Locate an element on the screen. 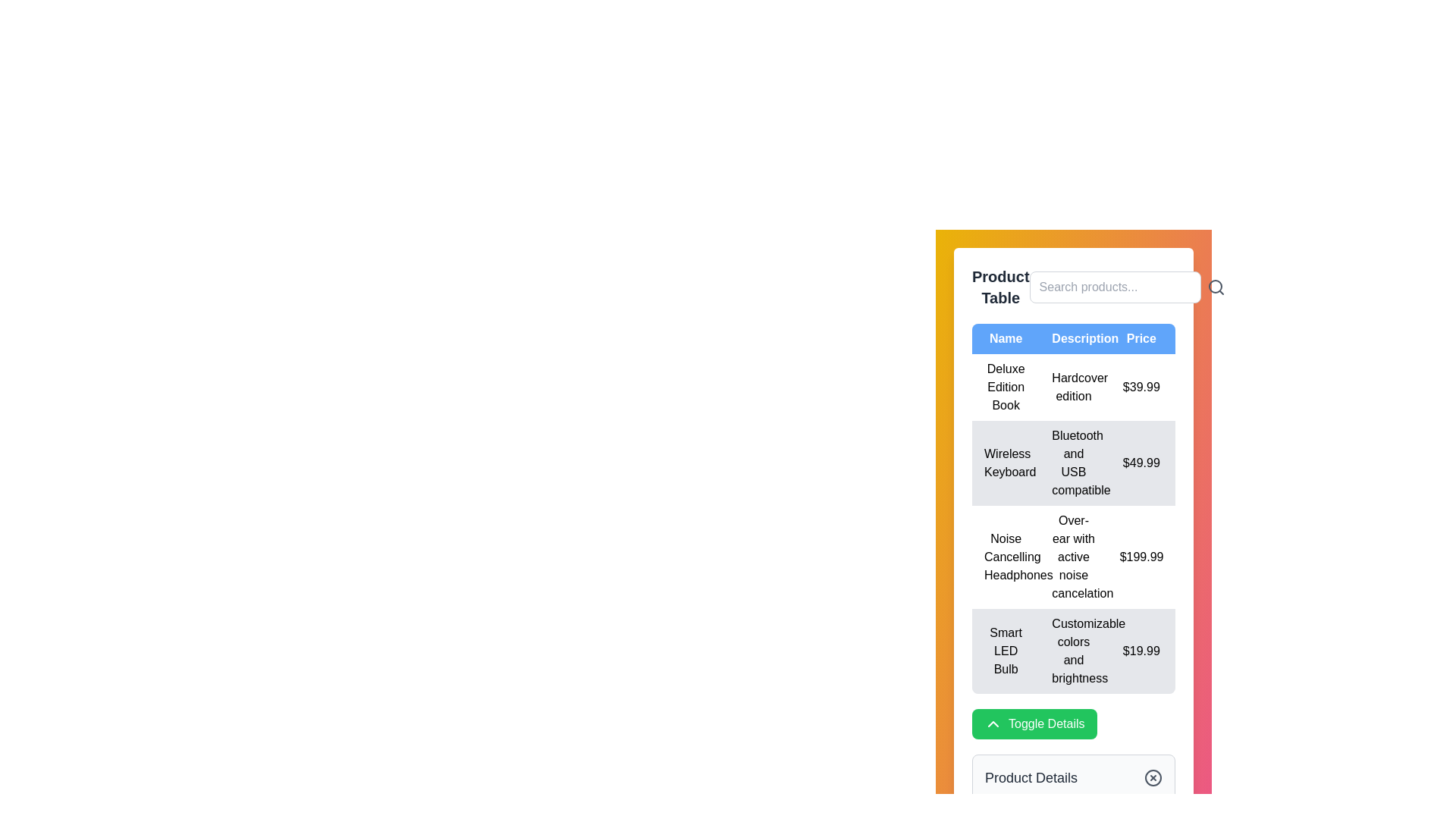 This screenshot has width=1456, height=819. text from the header label indicating descriptions for the listed items in the second header cell of the table is located at coordinates (1073, 338).